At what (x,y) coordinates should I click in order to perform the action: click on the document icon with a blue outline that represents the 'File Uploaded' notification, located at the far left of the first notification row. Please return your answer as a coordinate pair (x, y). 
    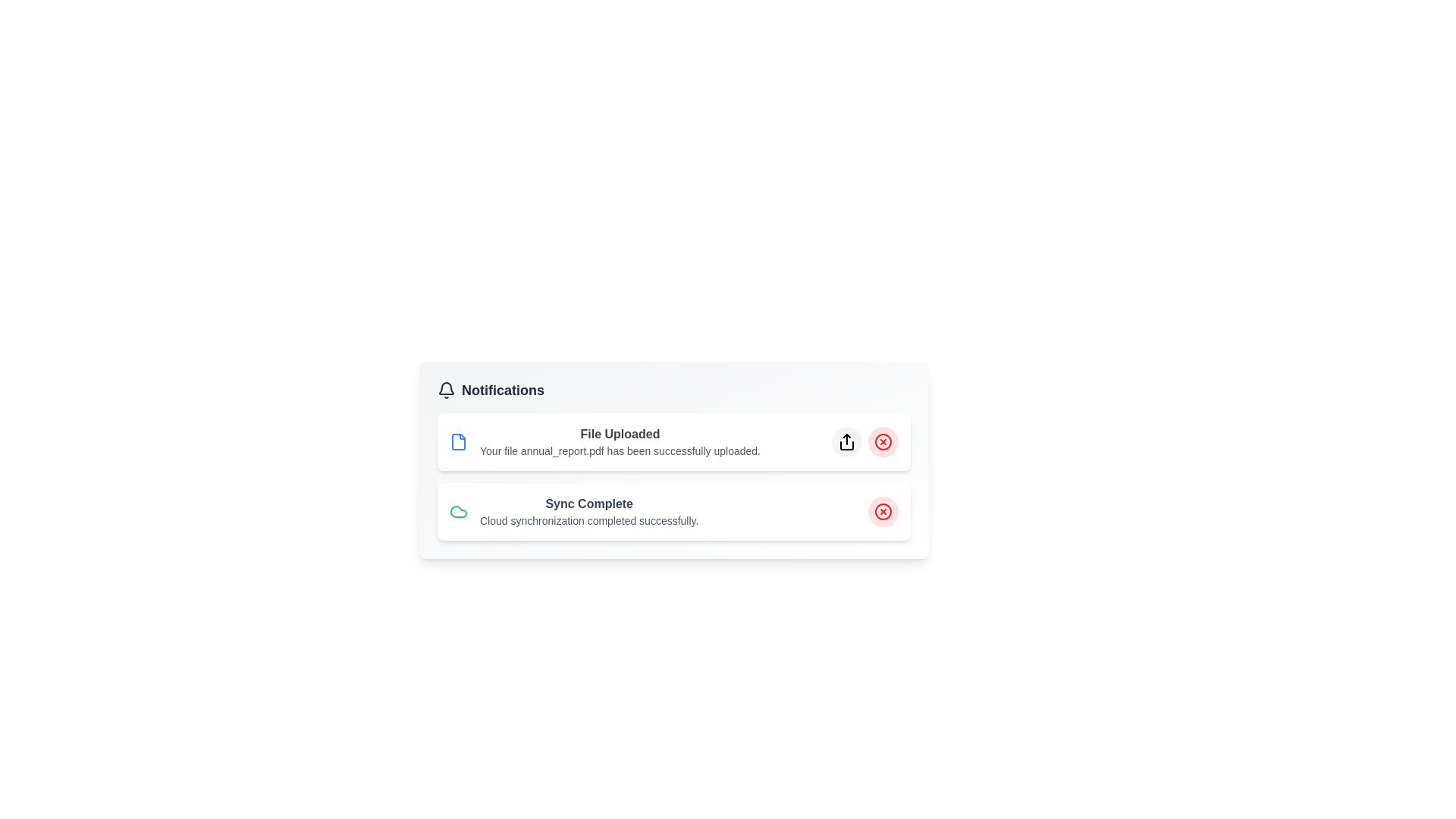
    Looking at the image, I should click on (457, 441).